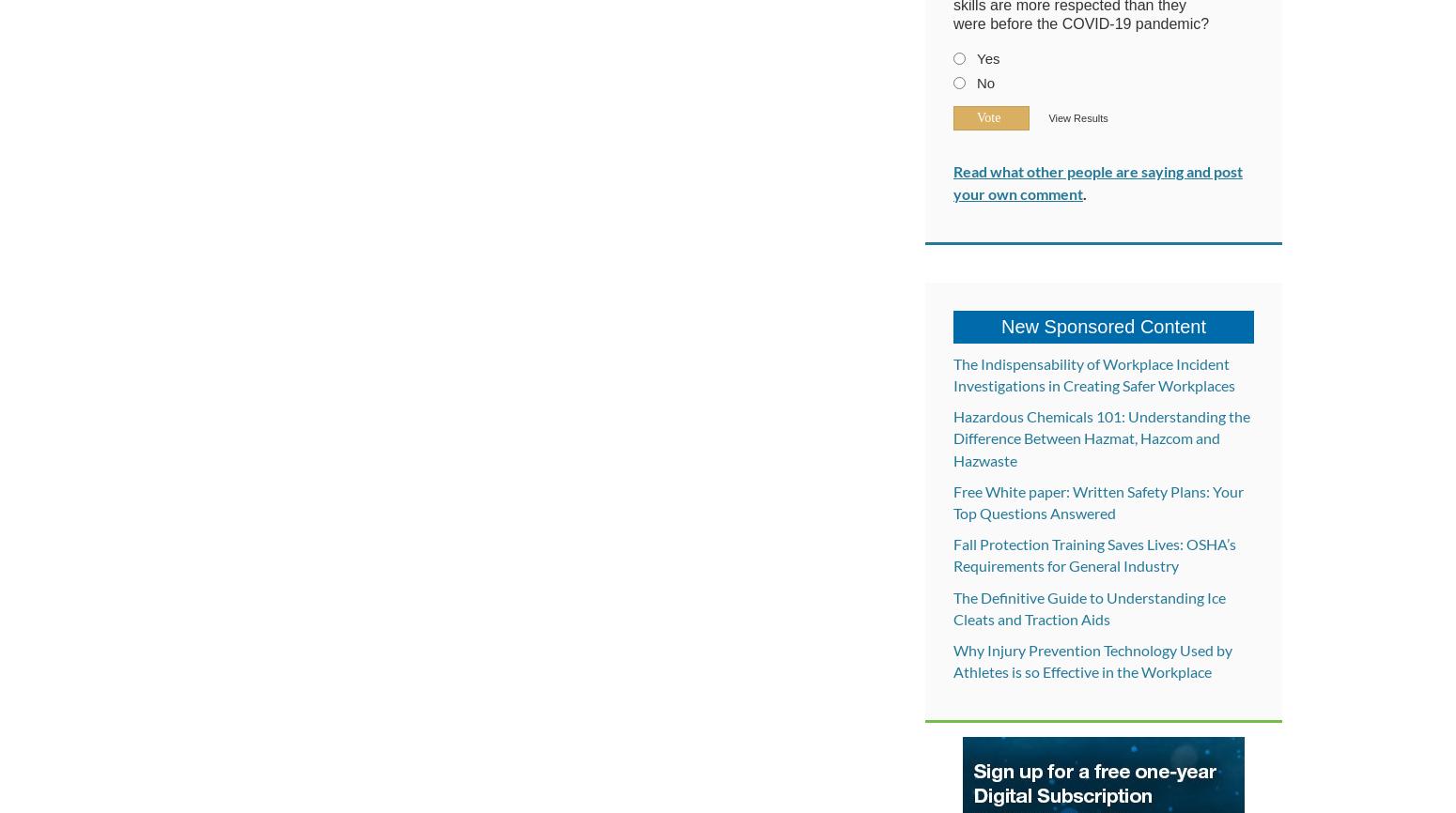 The image size is (1456, 813). Describe the element at coordinates (1093, 373) in the screenshot. I see `'The Indispensability of Workplace Incident Investigations in Creating Safer Workplaces'` at that location.